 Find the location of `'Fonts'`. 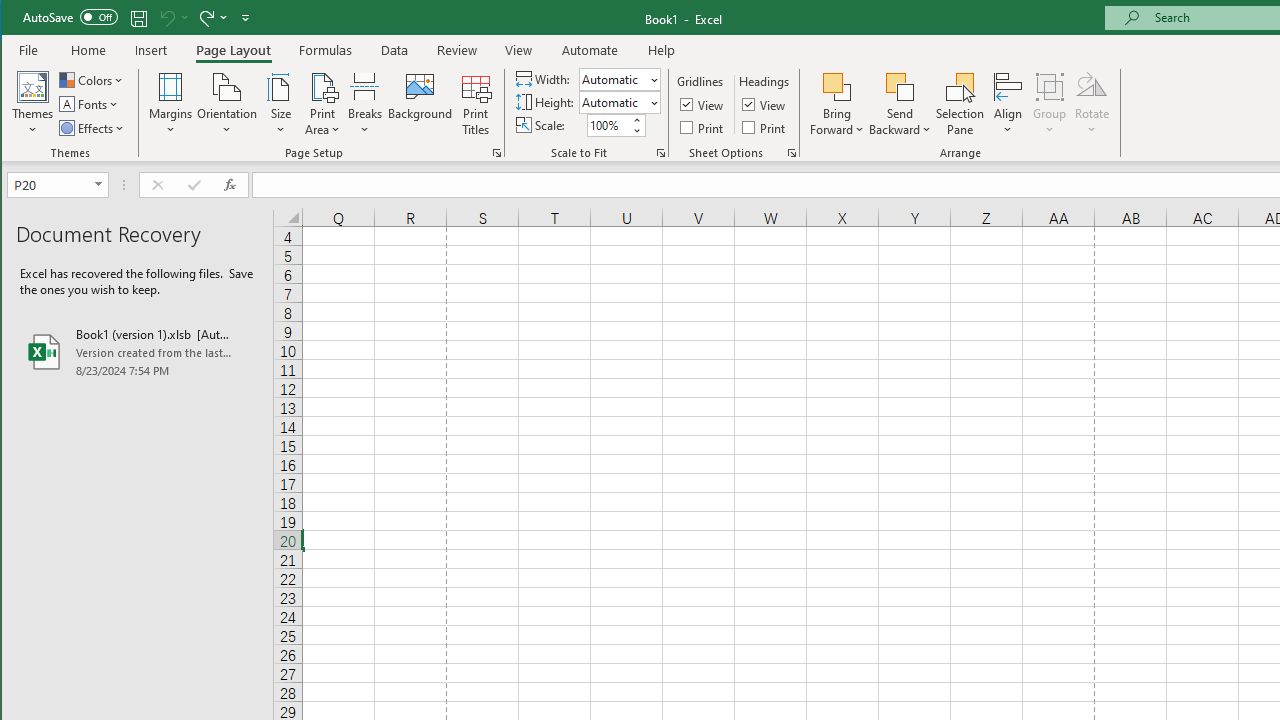

'Fonts' is located at coordinates (89, 104).